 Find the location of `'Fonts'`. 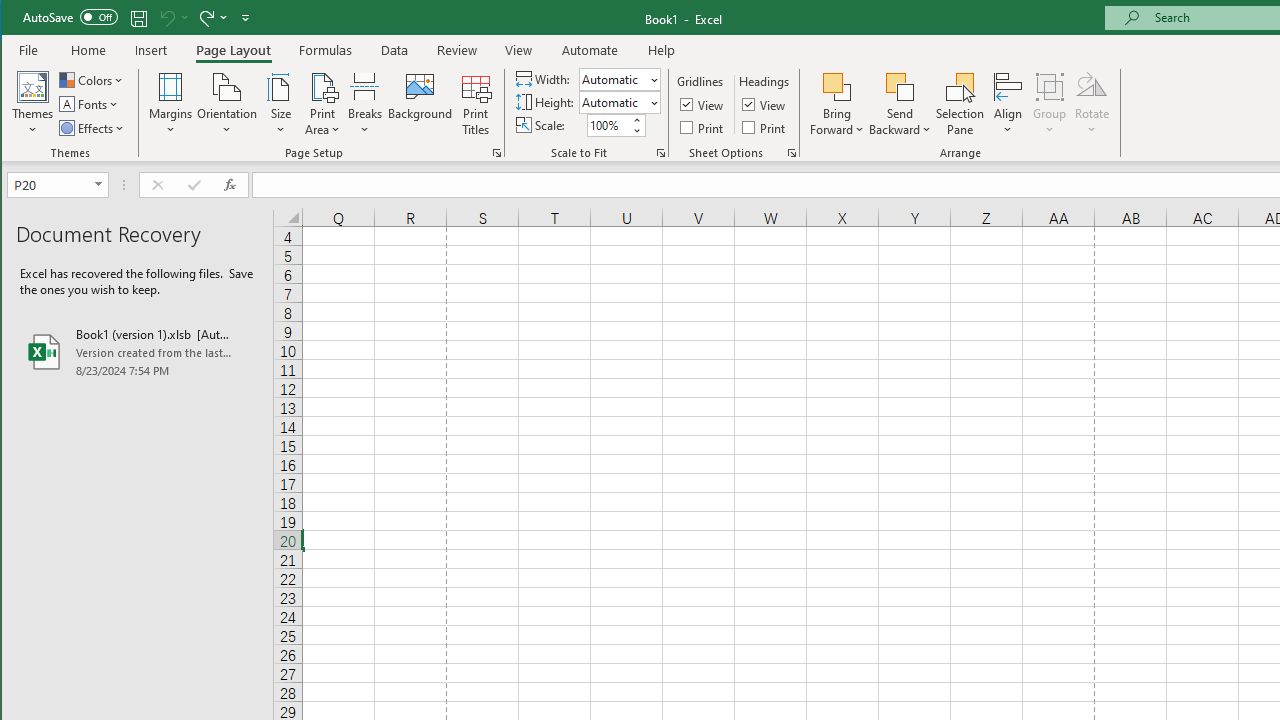

'Fonts' is located at coordinates (89, 104).